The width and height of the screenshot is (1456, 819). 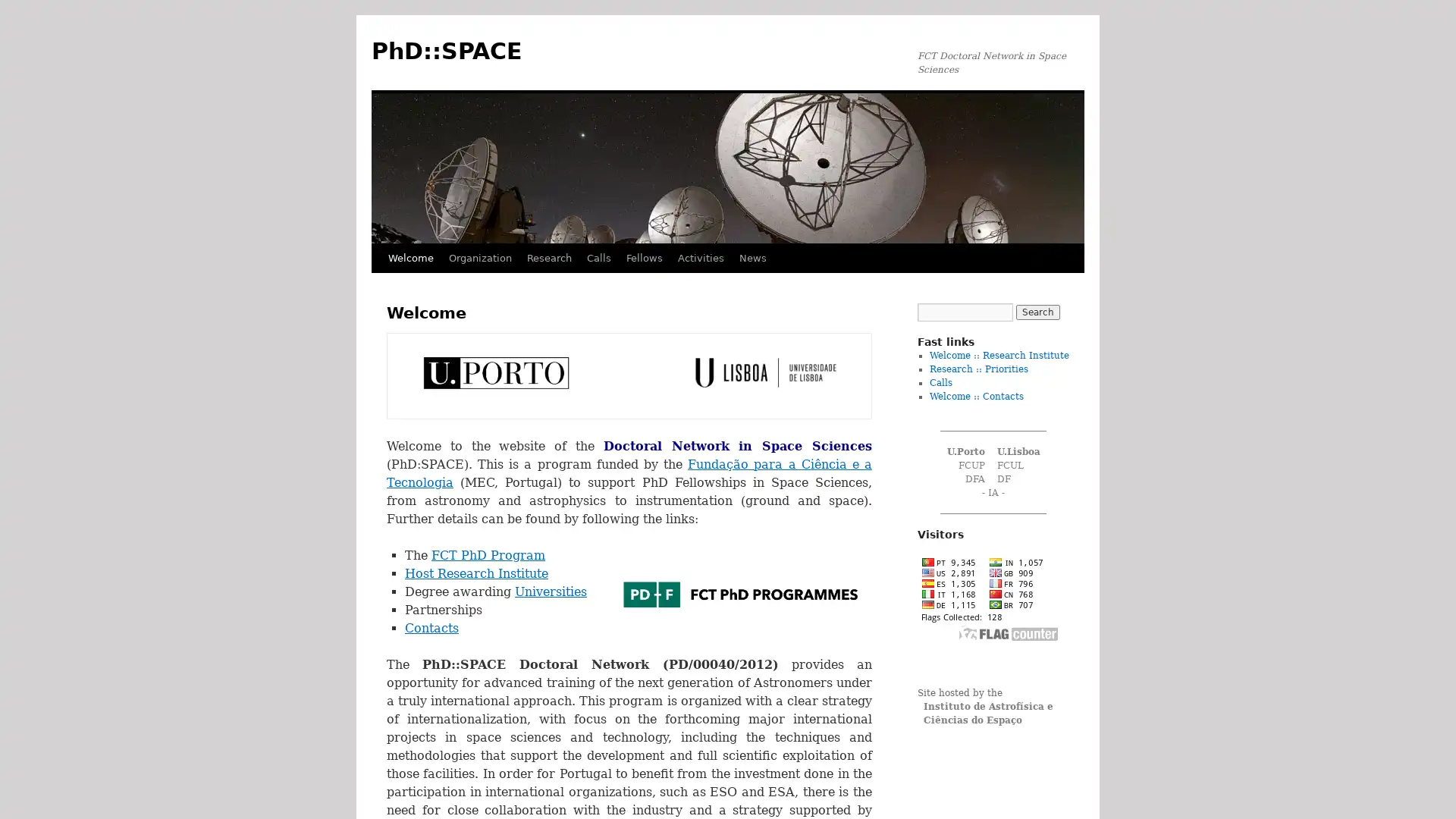 I want to click on Search, so click(x=1037, y=312).